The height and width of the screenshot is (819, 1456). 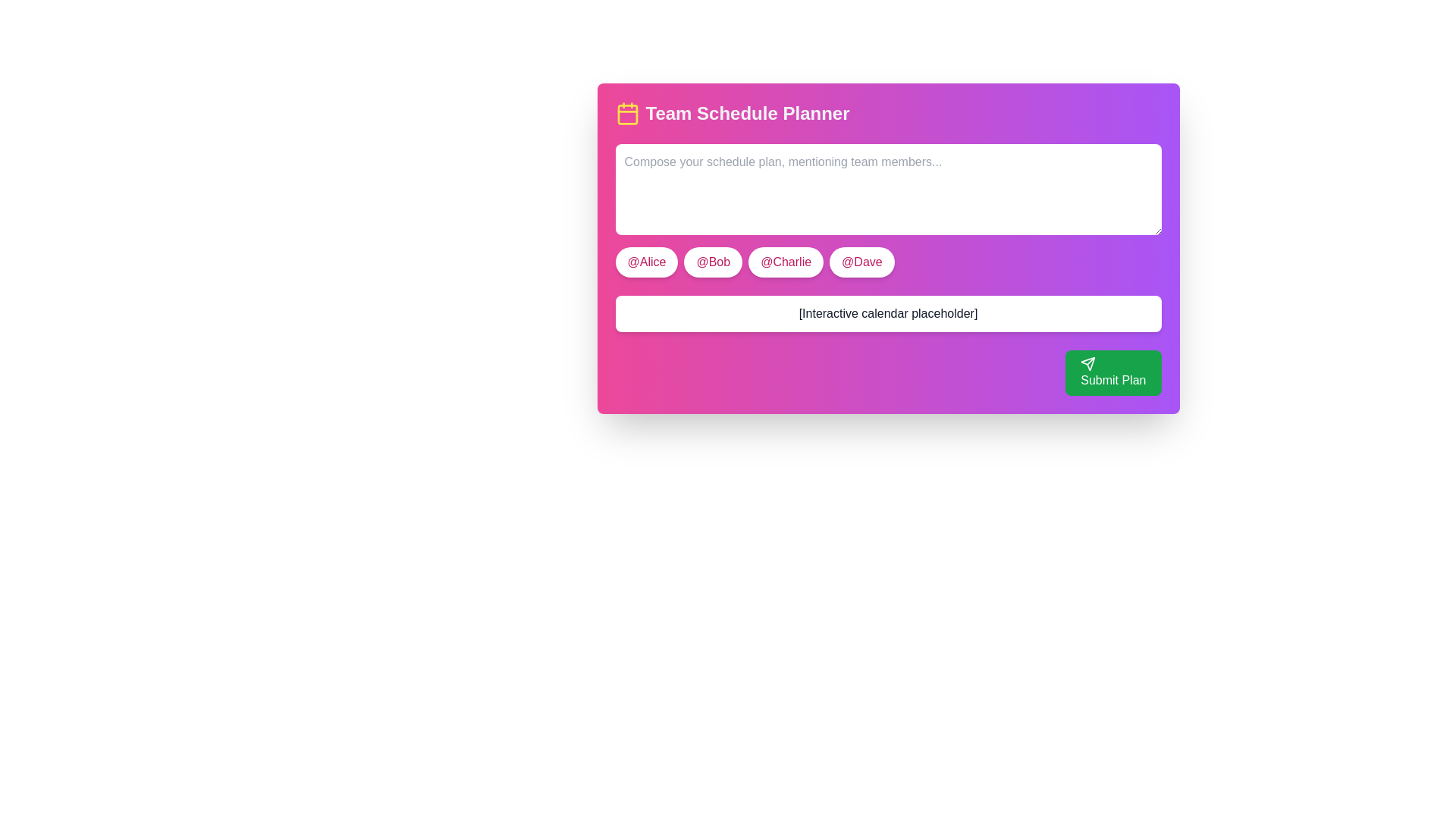 I want to click on the text in the Text input area located below the title 'Team Schedule Planner' and above the interactive team member tags, so click(x=888, y=210).